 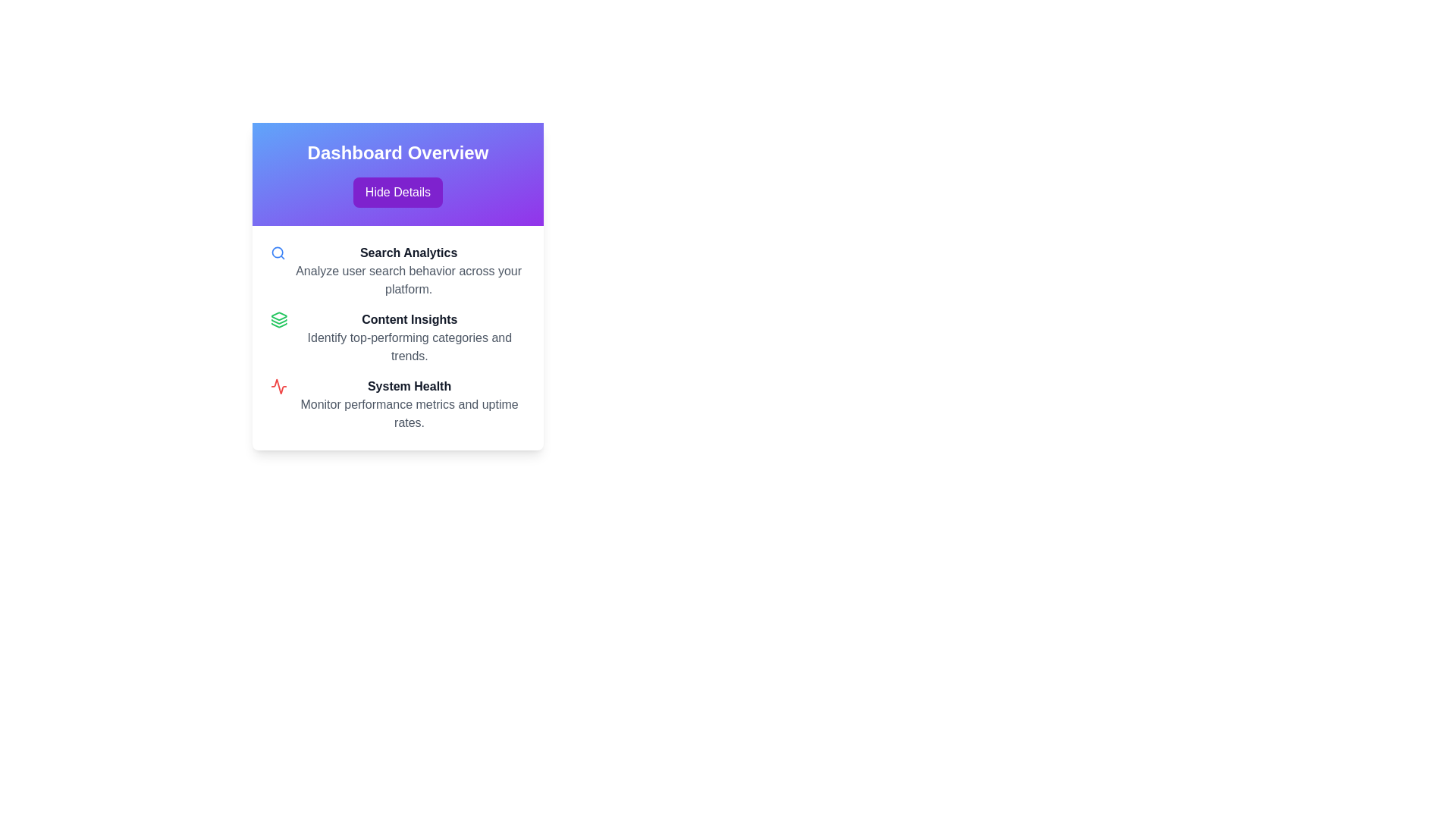 I want to click on the 'Search Analytics' text label, so click(x=409, y=253).